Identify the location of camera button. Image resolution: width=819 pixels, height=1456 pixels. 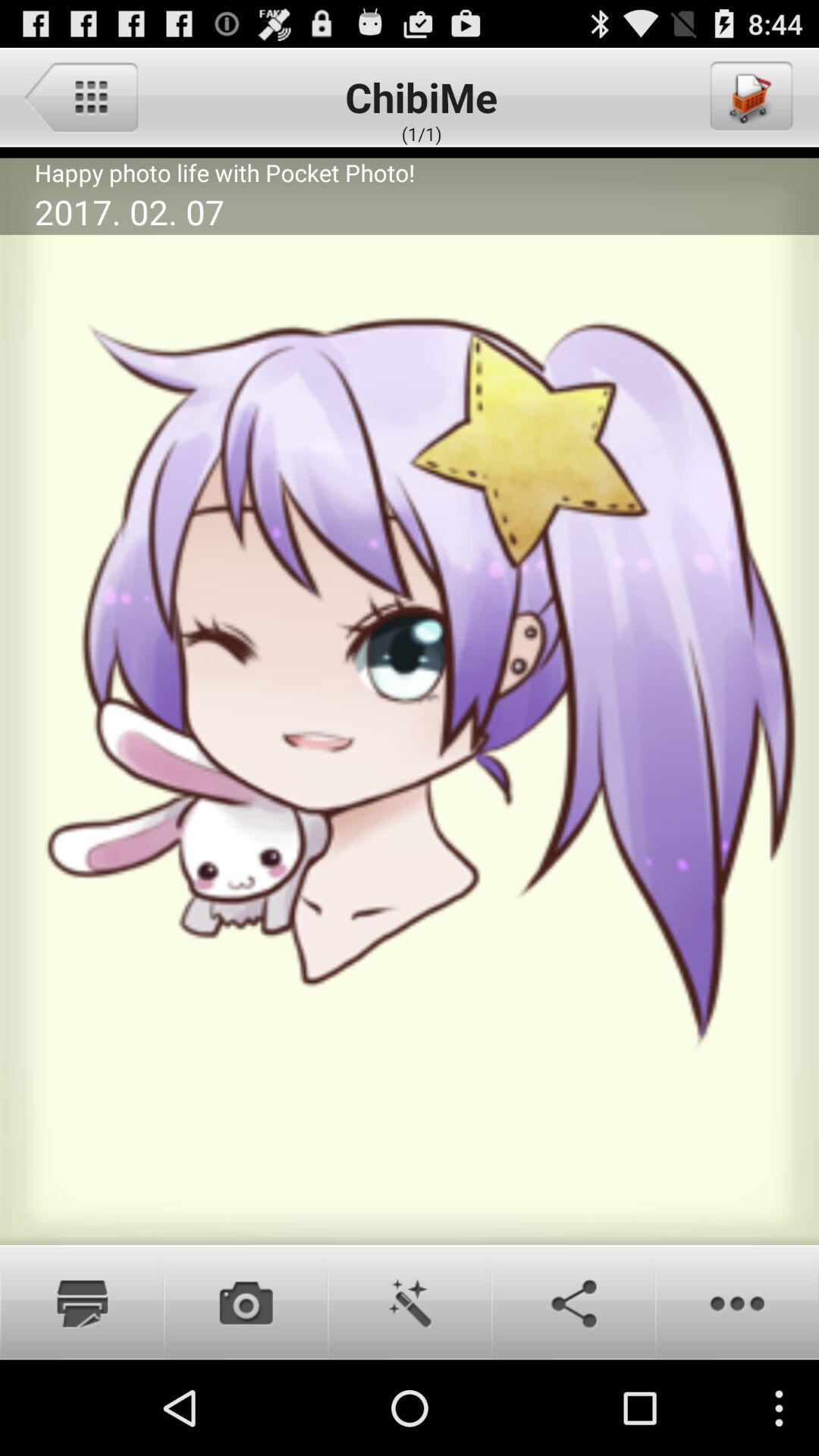
(245, 1301).